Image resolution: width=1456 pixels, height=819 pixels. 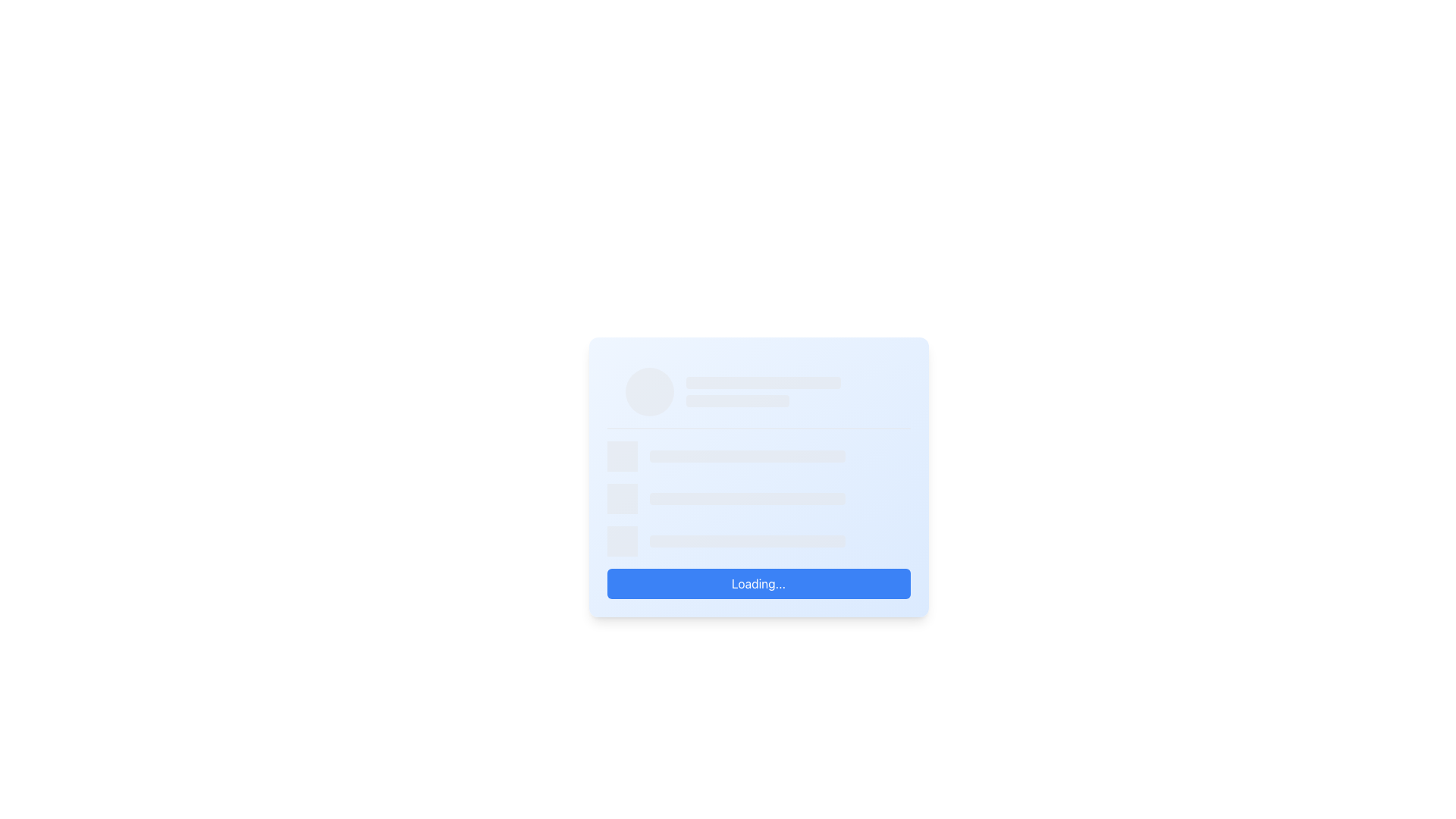 What do you see at coordinates (758, 540) in the screenshot?
I see `the loading animation by focusing on the Placeholder Loading Bar positioned above the blue 'Loading...' button in the third slot of the vertical layout` at bounding box center [758, 540].